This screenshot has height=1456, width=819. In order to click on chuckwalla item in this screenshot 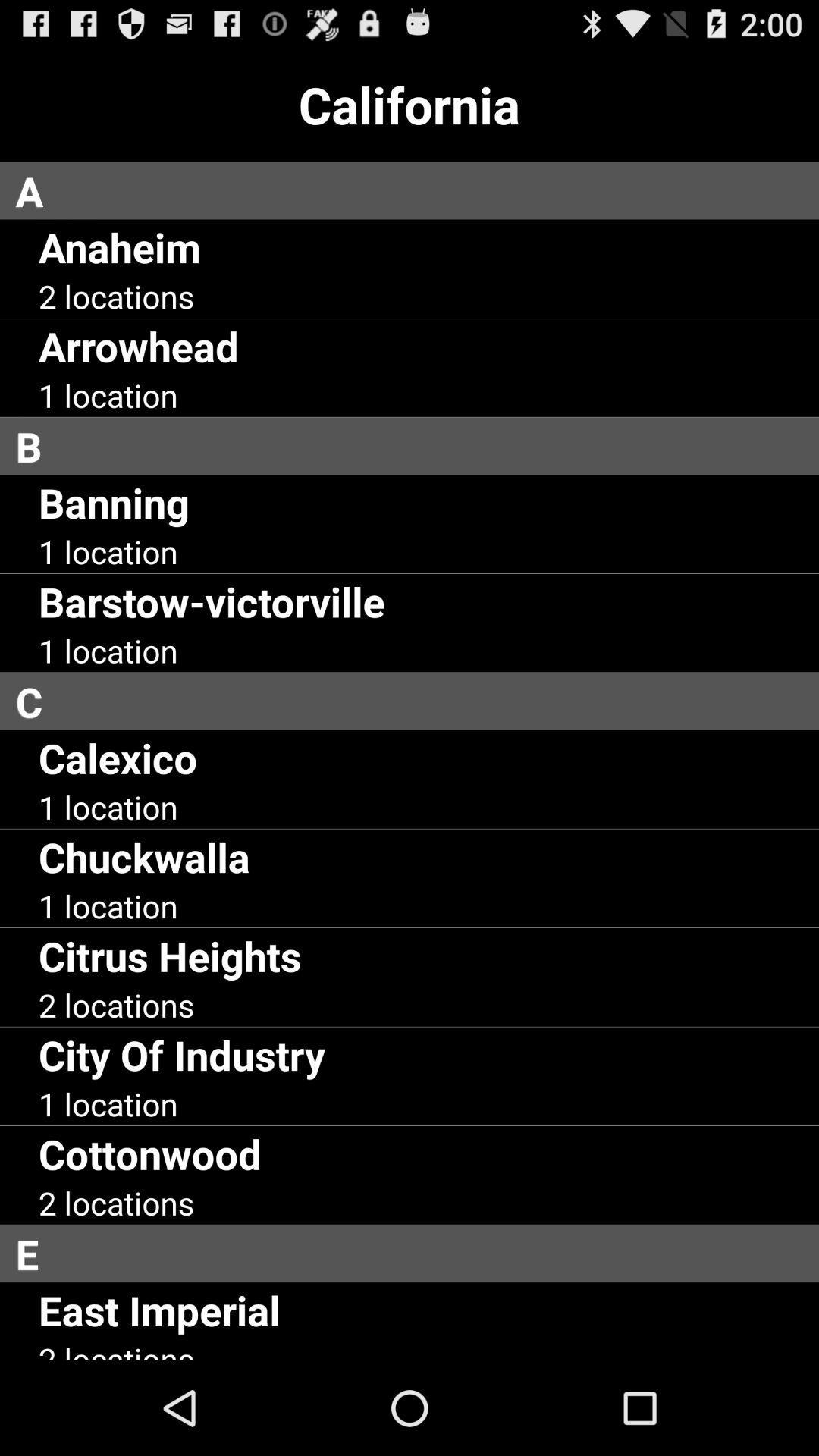, I will do `click(144, 856)`.